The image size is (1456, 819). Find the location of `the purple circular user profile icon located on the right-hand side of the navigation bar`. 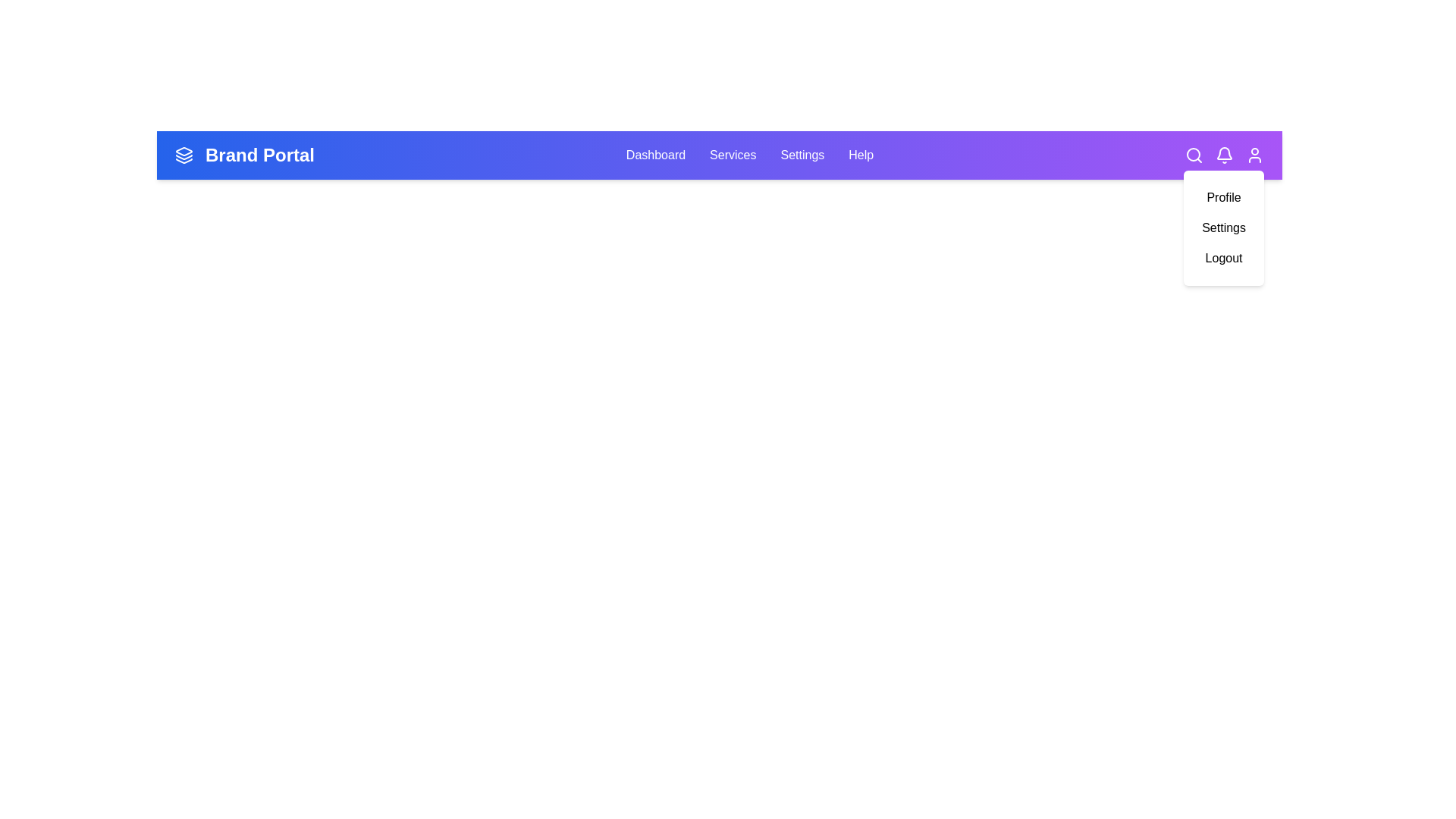

the purple circular user profile icon located on the right-hand side of the navigation bar is located at coordinates (1255, 155).